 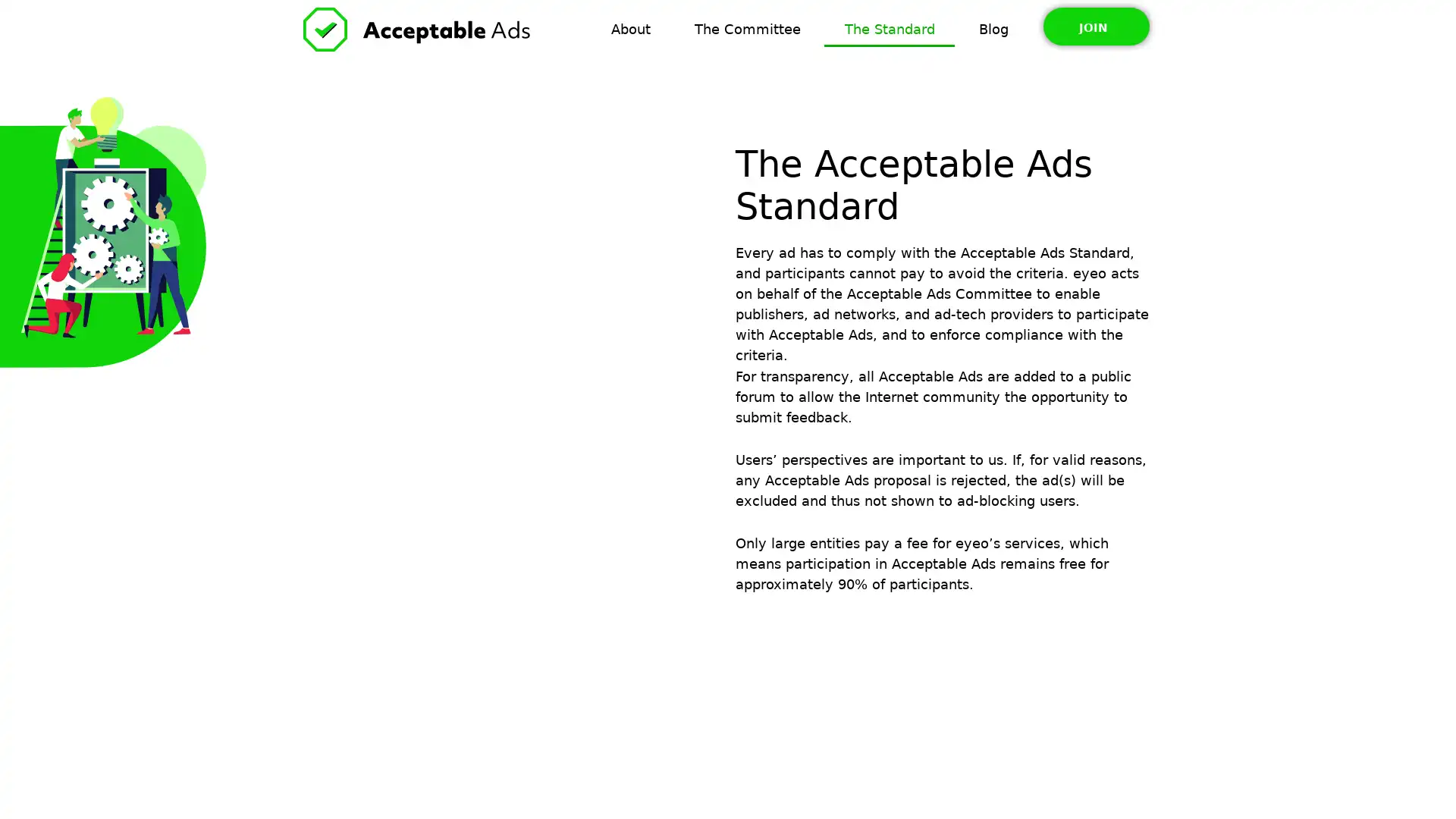 What do you see at coordinates (1095, 26) in the screenshot?
I see `JOIN` at bounding box center [1095, 26].